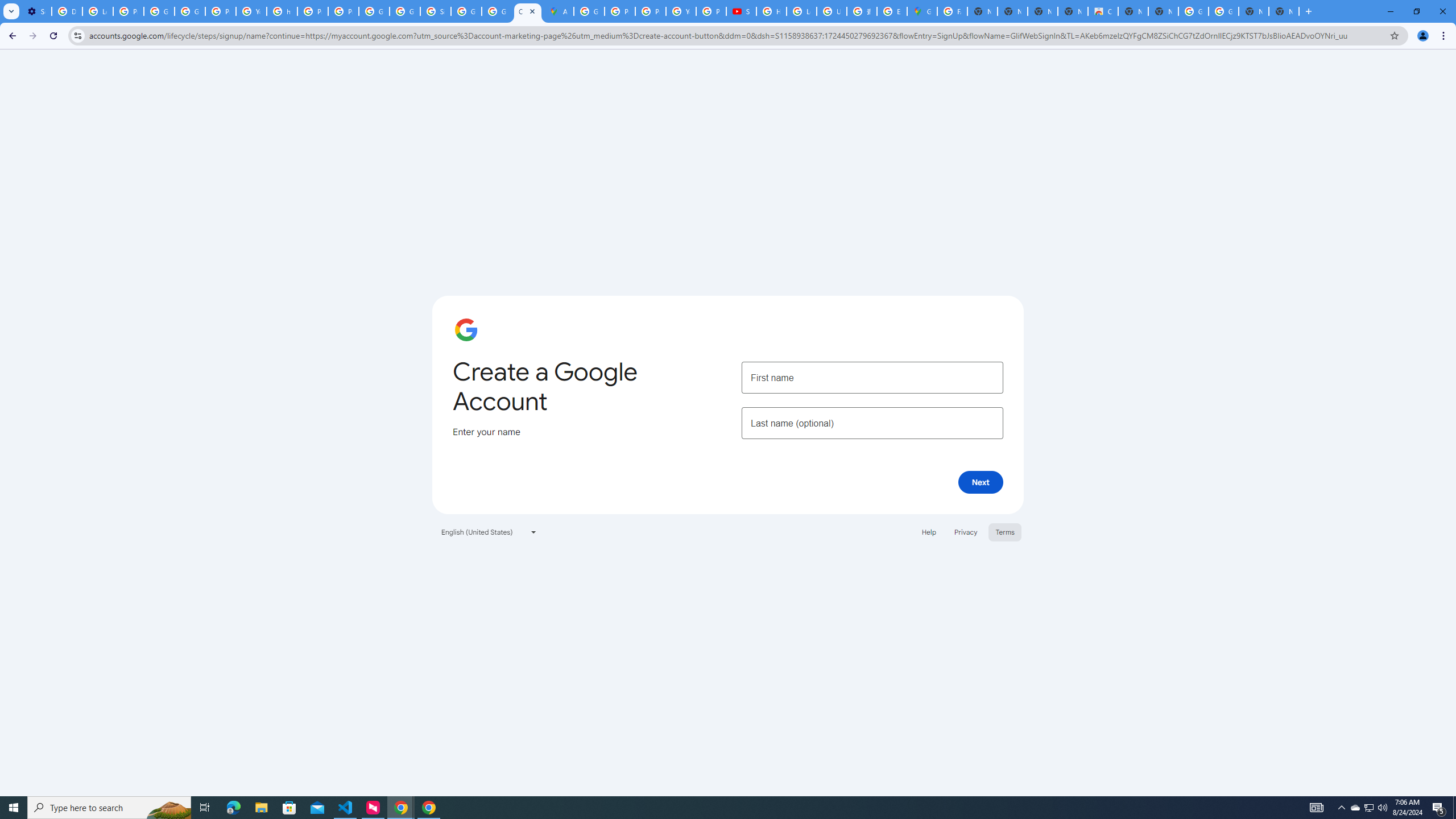 The width and height of the screenshot is (1456, 819). I want to click on 'YouTube', so click(251, 11).